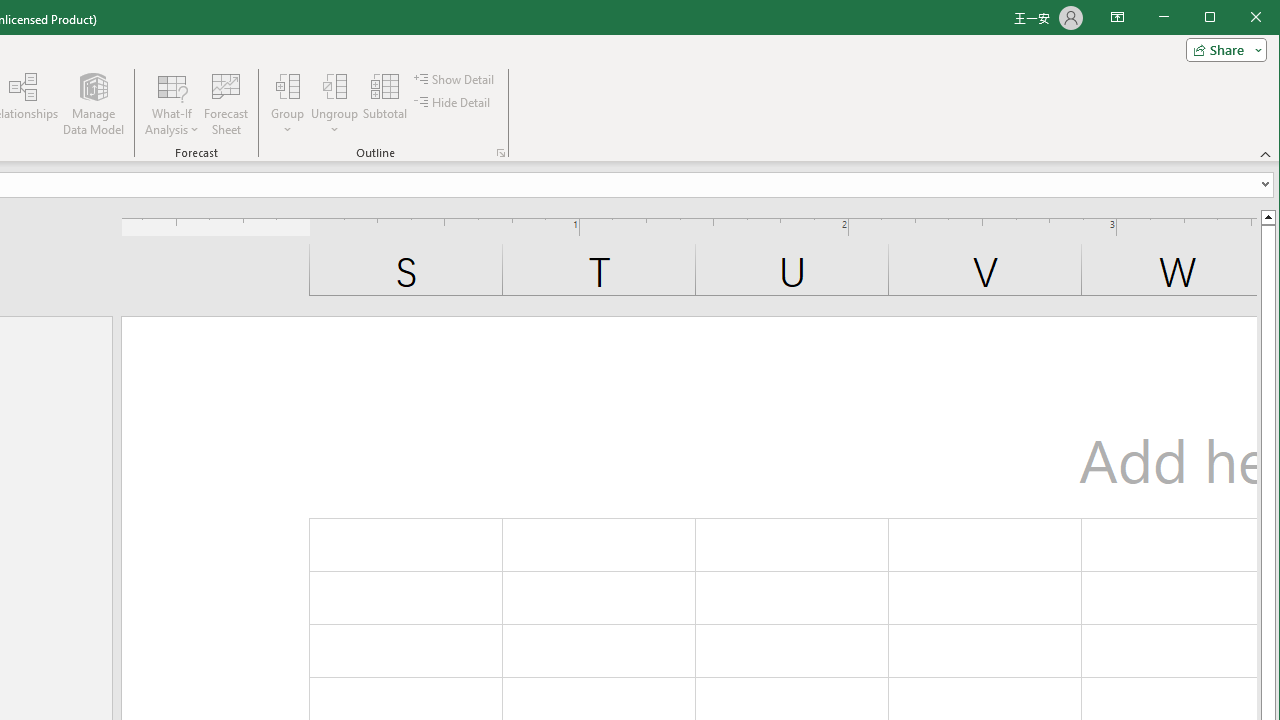  What do you see at coordinates (172, 104) in the screenshot?
I see `'What-If Analysis'` at bounding box center [172, 104].